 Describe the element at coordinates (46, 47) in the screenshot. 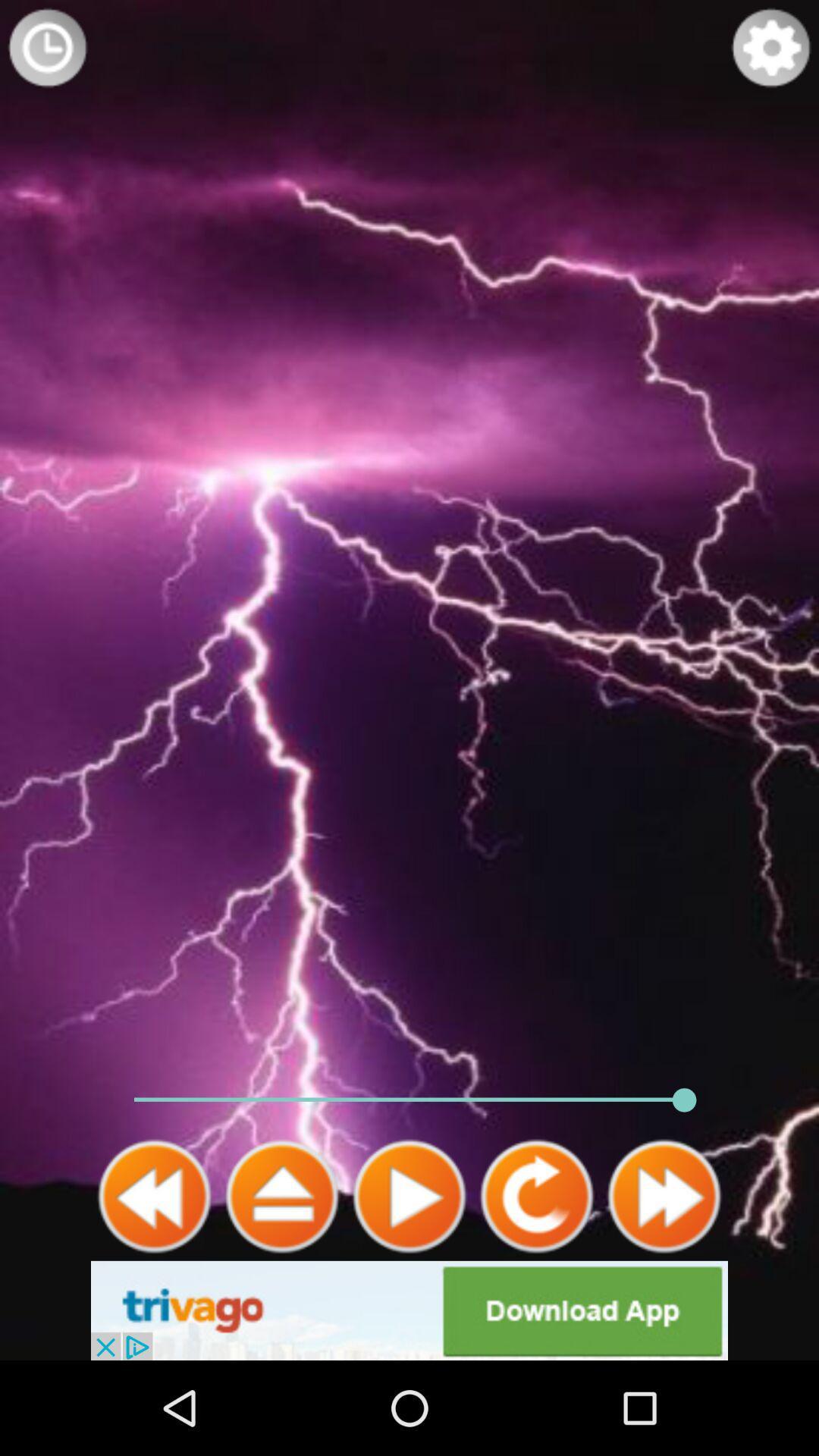

I see `set a timer` at that location.